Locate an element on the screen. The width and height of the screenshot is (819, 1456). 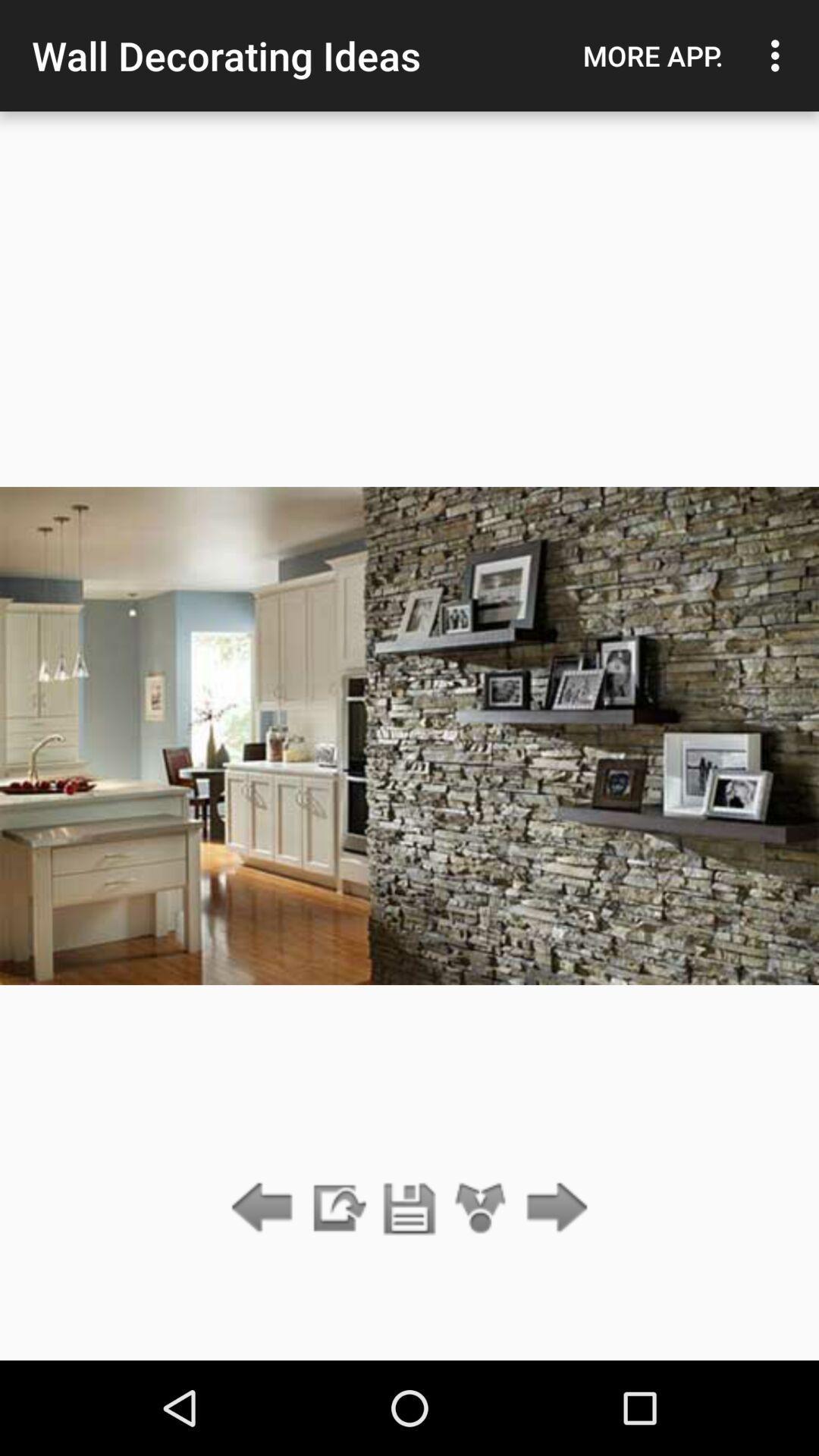
the launch icon is located at coordinates (337, 1208).